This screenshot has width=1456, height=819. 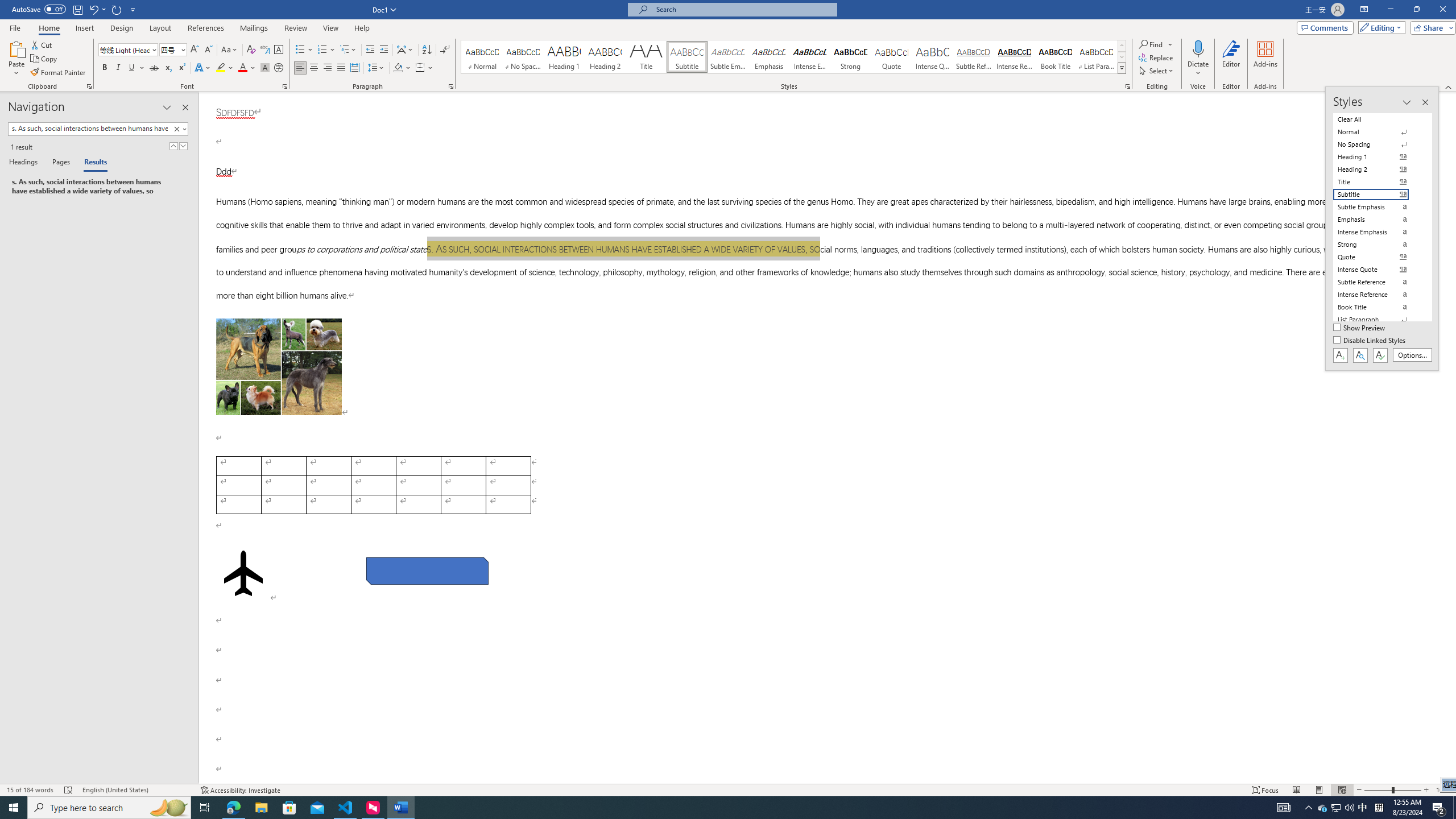 I want to click on 'System', so click(x=6, y=5).